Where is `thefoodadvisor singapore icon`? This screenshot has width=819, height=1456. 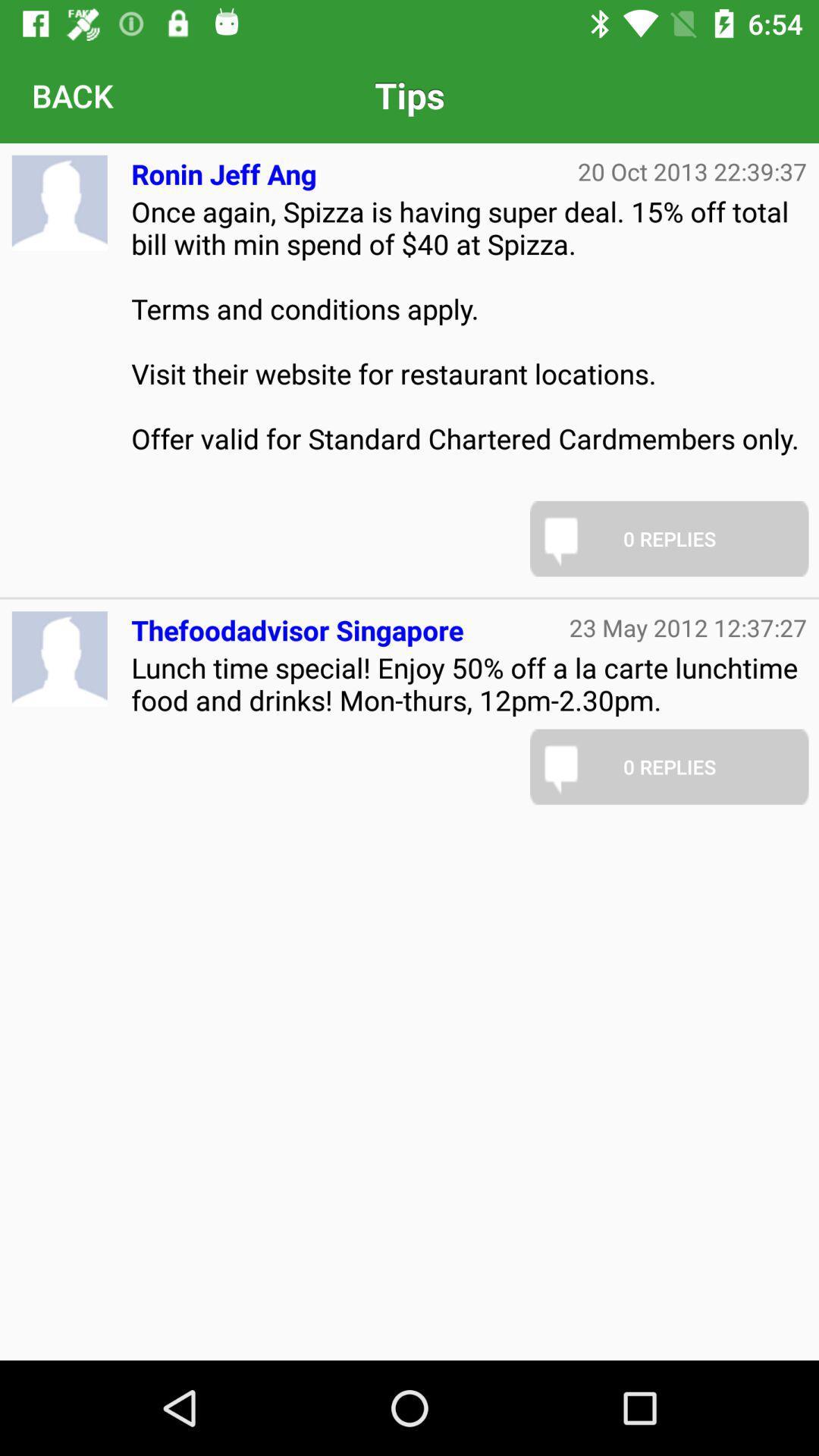 thefoodadvisor singapore icon is located at coordinates (297, 624).